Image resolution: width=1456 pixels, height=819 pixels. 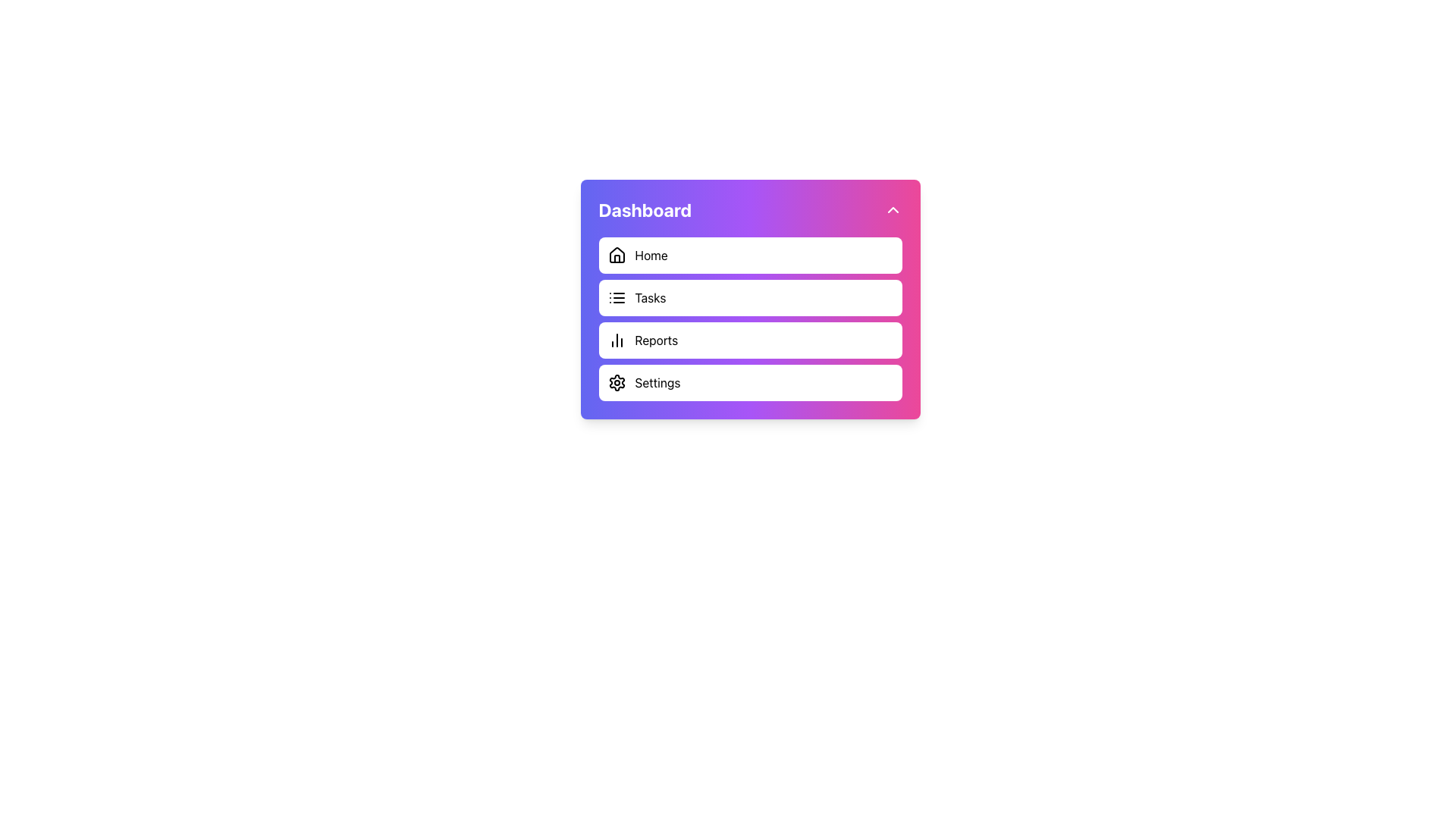 What do you see at coordinates (617, 254) in the screenshot?
I see `the 'Home' icon in the menu under the 'Dashboard' section, which is the leftmost element represented by a house icon followed by the label 'Home'` at bounding box center [617, 254].